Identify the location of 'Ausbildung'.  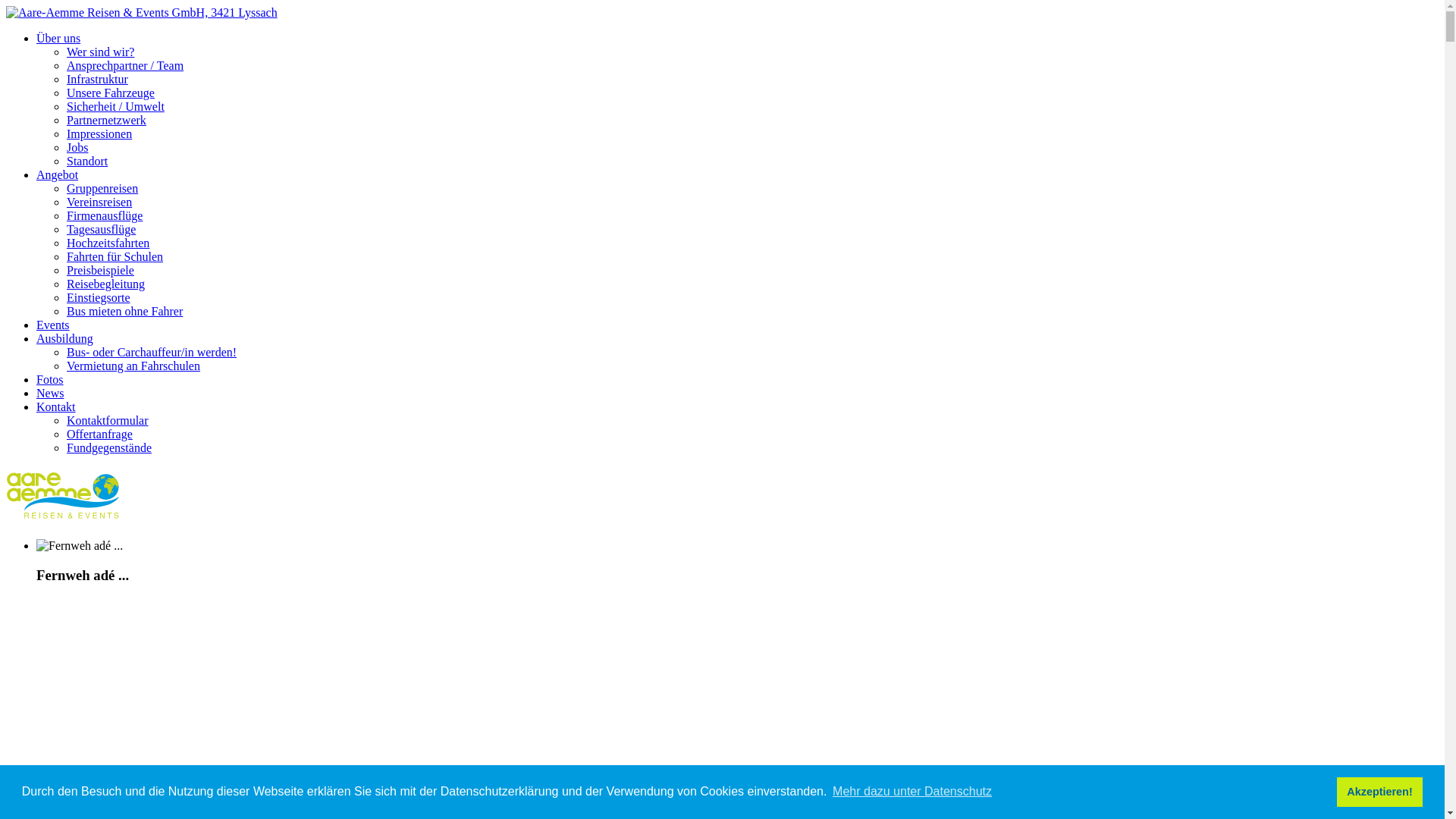
(64, 337).